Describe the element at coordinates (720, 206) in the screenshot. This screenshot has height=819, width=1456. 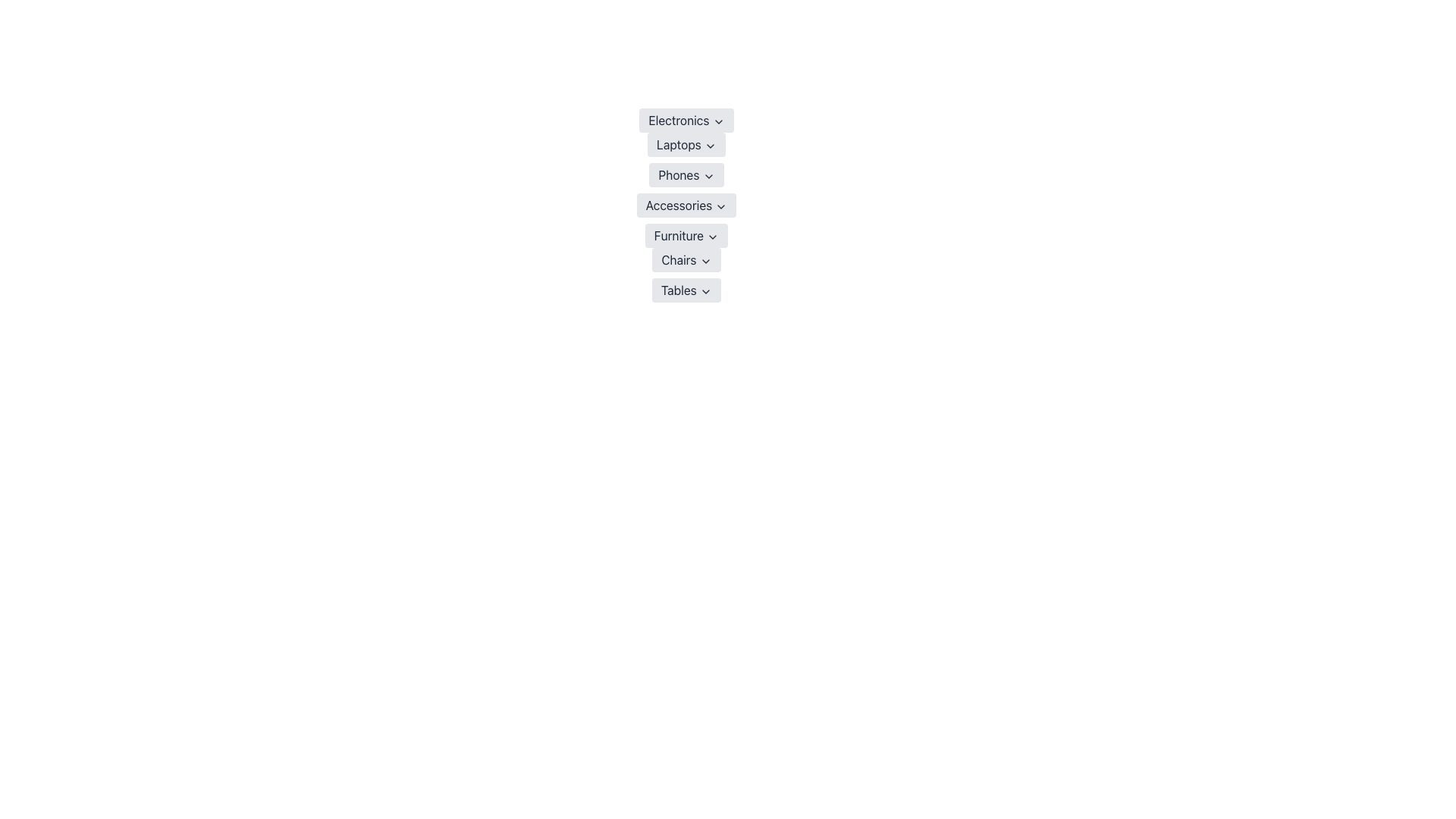
I see `the downward-facing arrow icon of the Dropdown Indicator within the 'Accessories' button` at that location.